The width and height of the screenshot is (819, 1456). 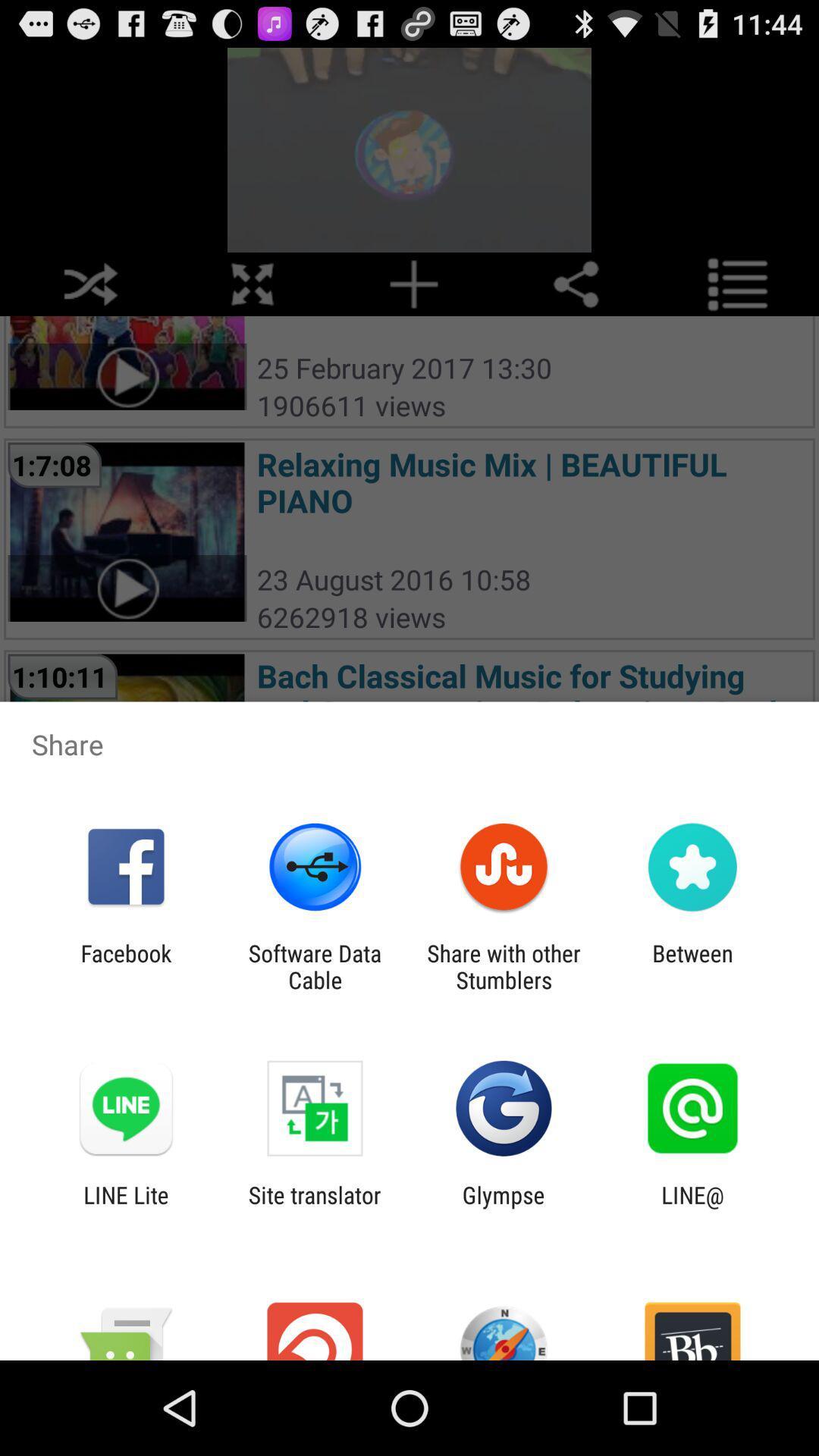 I want to click on software data cable app, so click(x=314, y=966).